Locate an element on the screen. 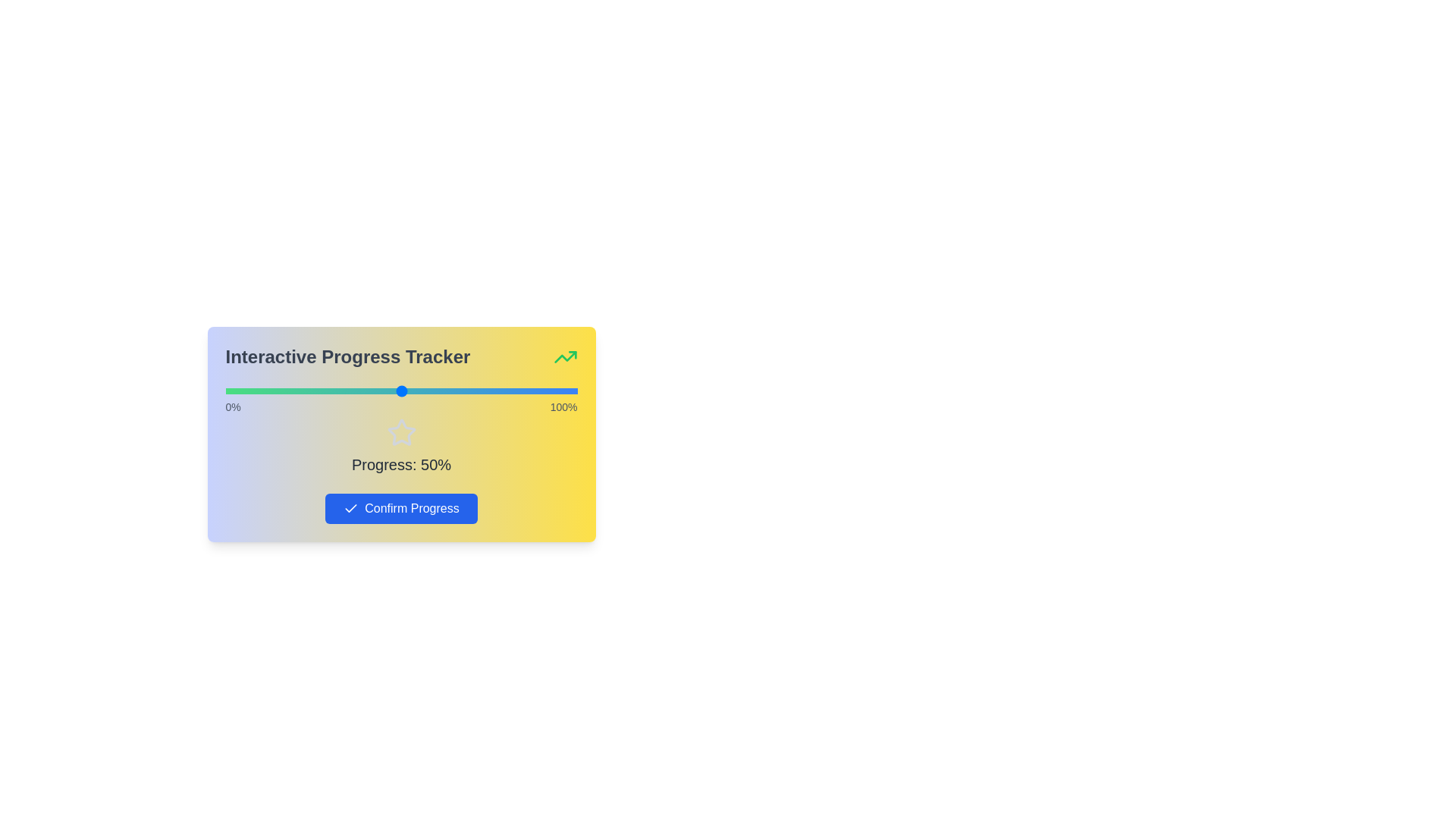 The image size is (1456, 819). the progress slider to 60% is located at coordinates (435, 391).